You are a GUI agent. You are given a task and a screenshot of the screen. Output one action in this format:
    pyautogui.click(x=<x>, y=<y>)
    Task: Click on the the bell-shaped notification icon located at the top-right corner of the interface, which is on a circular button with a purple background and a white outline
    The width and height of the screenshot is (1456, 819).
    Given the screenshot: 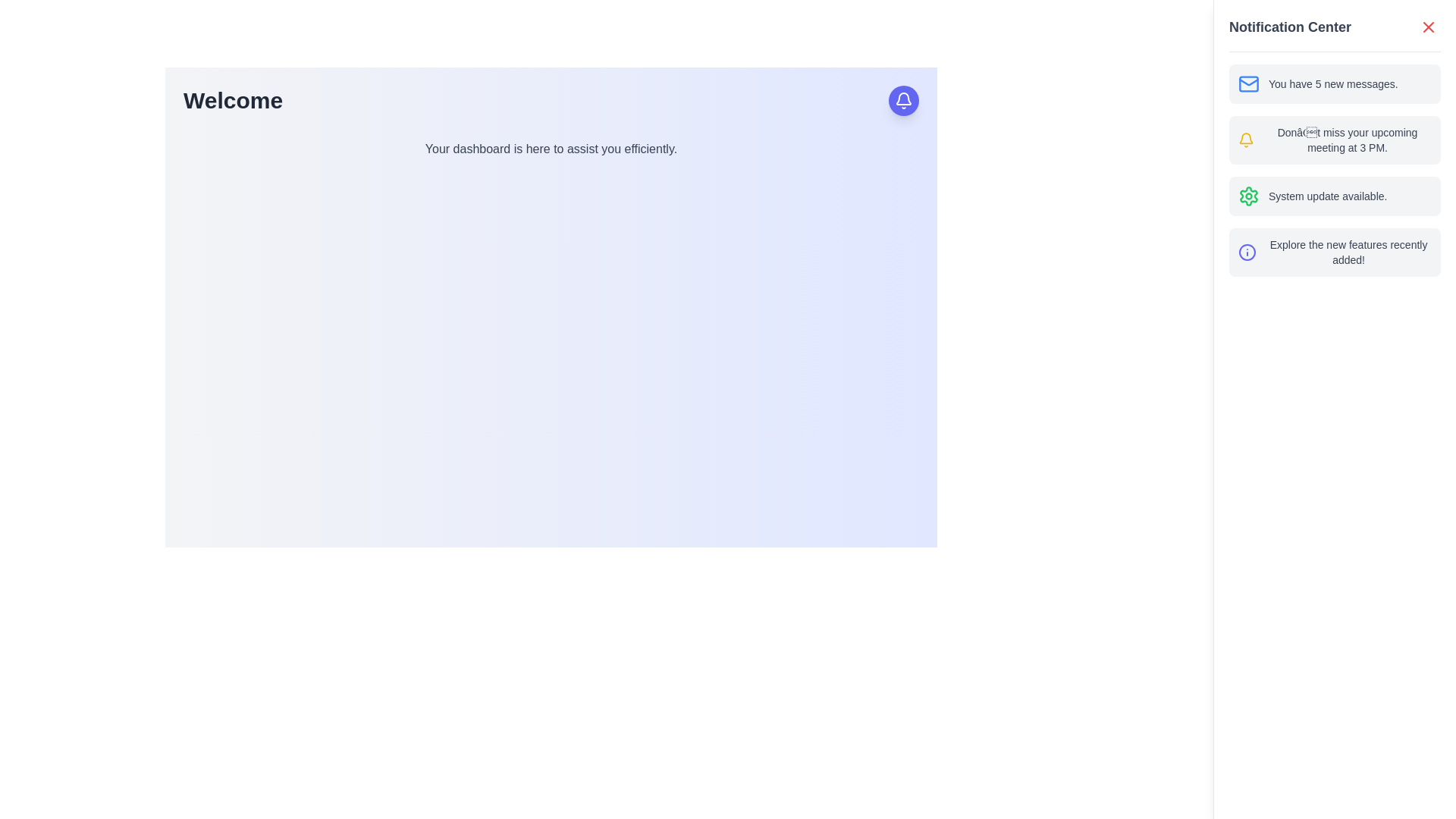 What is the action you would take?
    pyautogui.click(x=903, y=100)
    